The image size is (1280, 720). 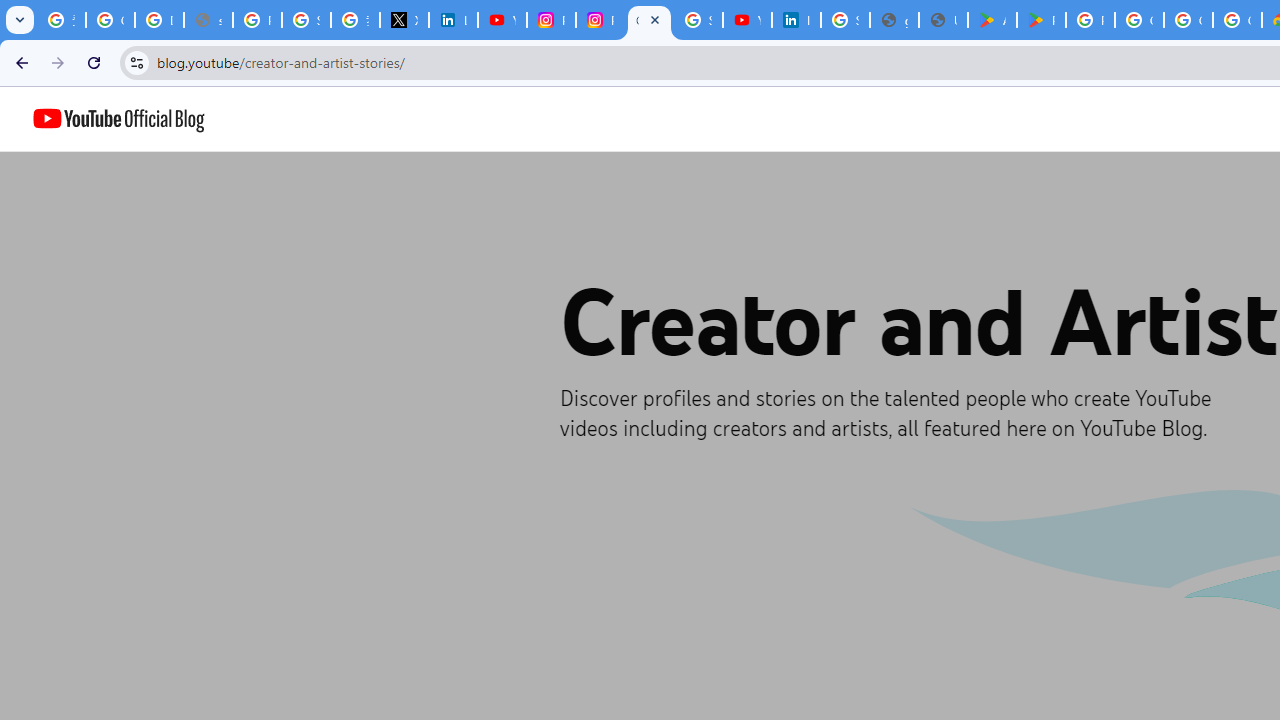 I want to click on 'support.google.com - Network error', so click(x=208, y=20).